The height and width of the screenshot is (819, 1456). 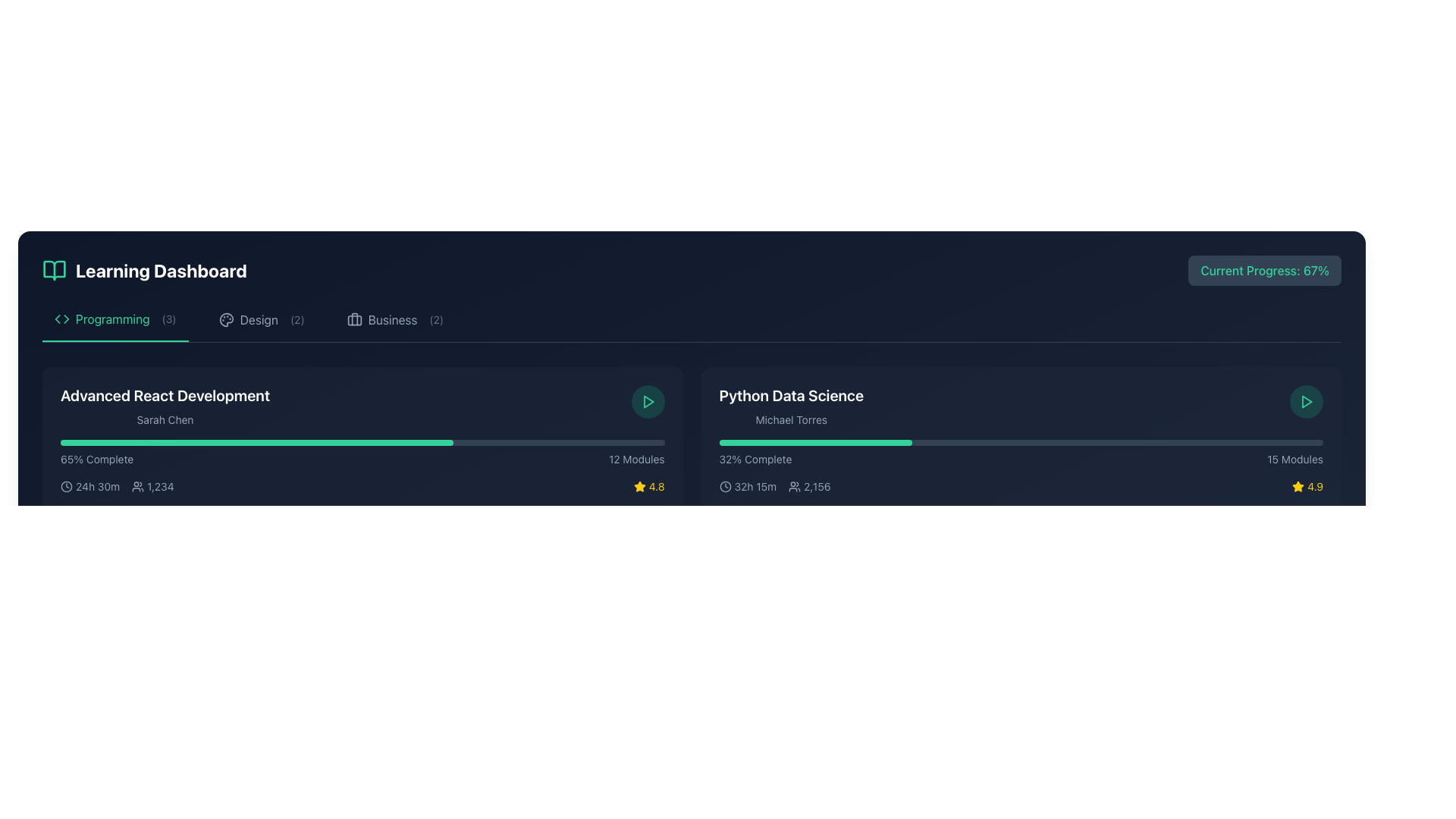 What do you see at coordinates (755, 458) in the screenshot?
I see `progress percentage information from the text label indicating the completion status of the 'Python Data Science' course, which is positioned below the course title and instructor name, to the left of the '15 Modules' text` at bounding box center [755, 458].